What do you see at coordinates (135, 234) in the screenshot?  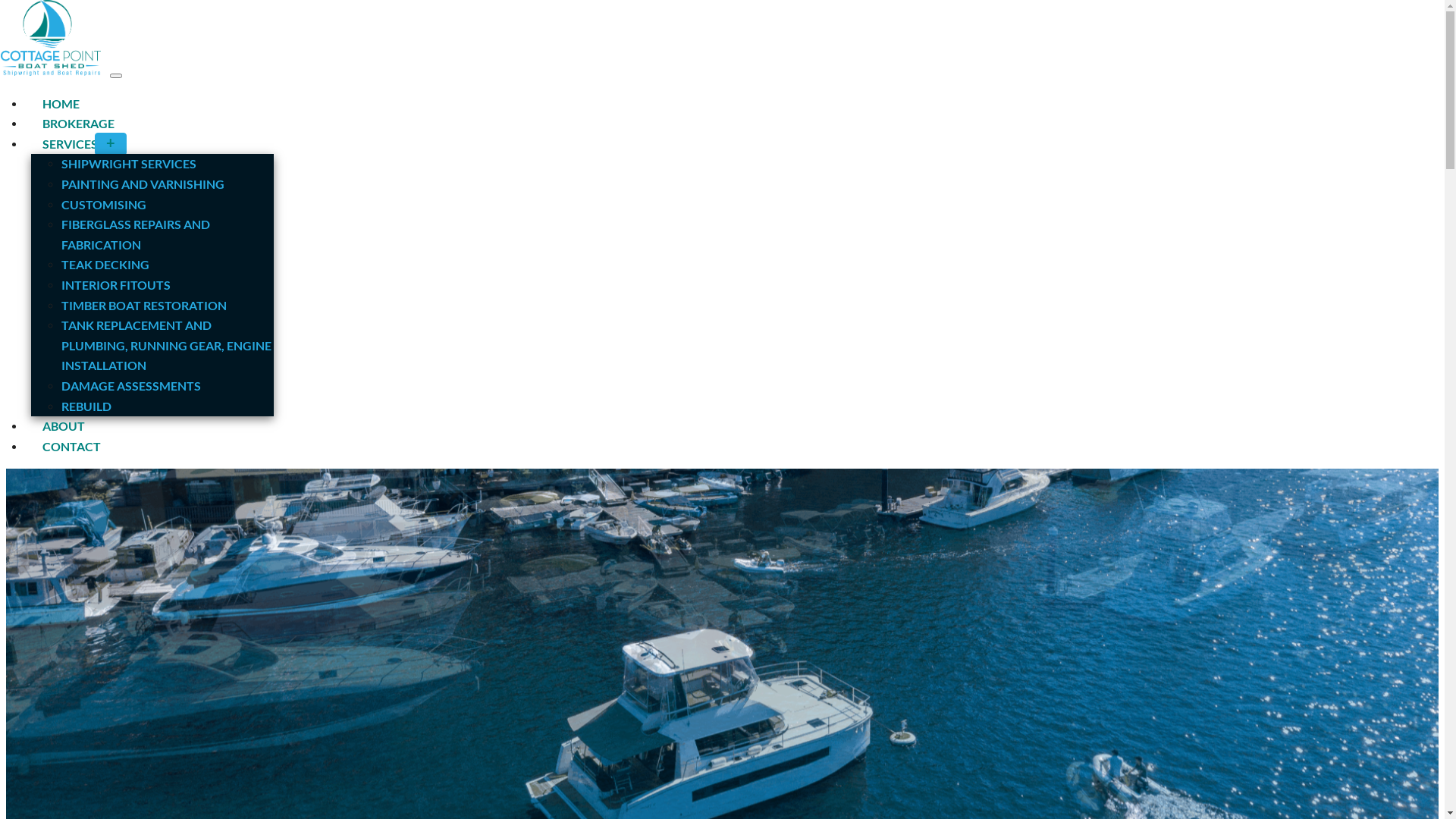 I see `'FIBERGLASS REPAIRS AND FABRICATION'` at bounding box center [135, 234].